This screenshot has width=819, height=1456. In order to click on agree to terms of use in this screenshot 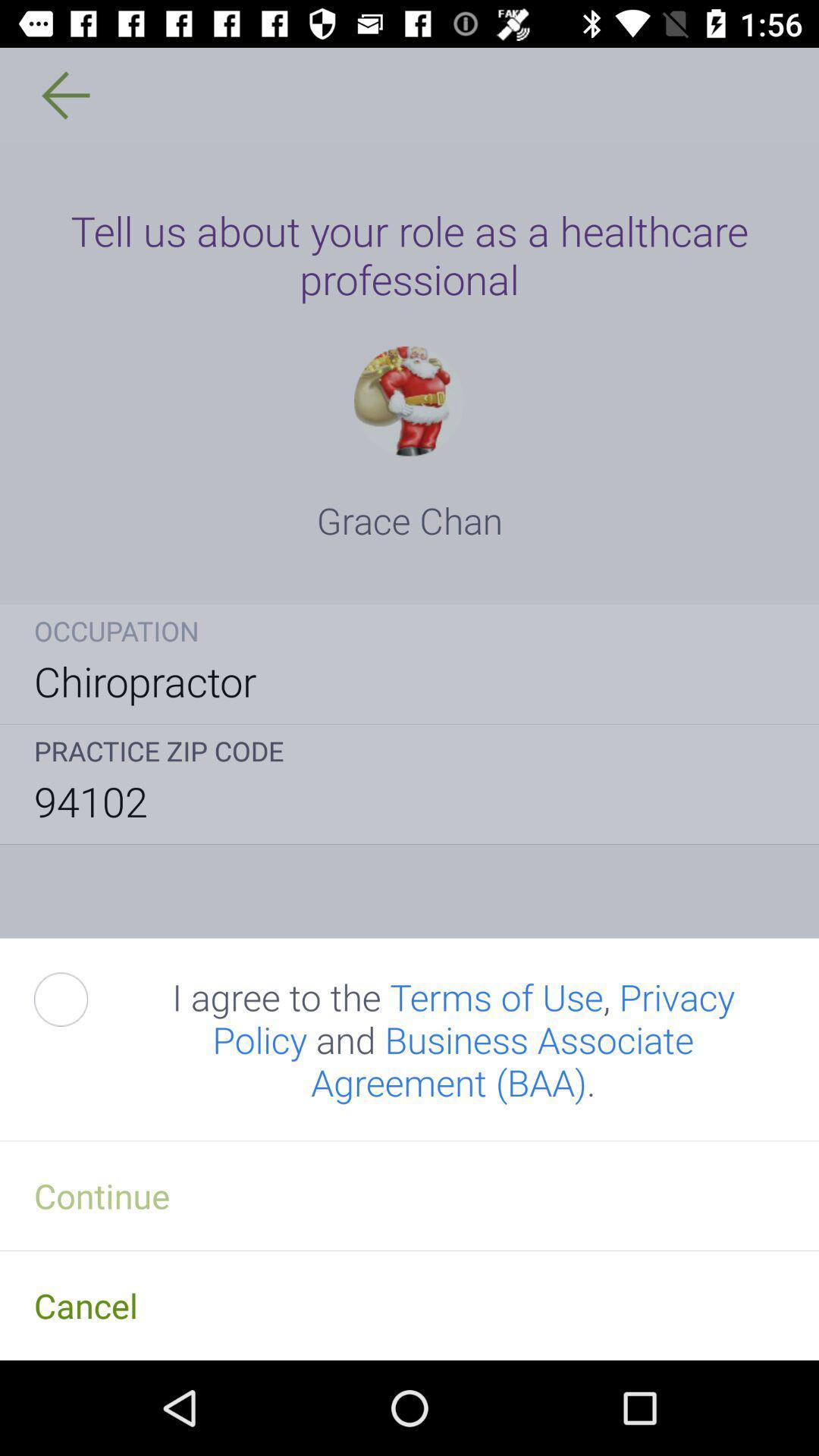, I will do `click(78, 999)`.